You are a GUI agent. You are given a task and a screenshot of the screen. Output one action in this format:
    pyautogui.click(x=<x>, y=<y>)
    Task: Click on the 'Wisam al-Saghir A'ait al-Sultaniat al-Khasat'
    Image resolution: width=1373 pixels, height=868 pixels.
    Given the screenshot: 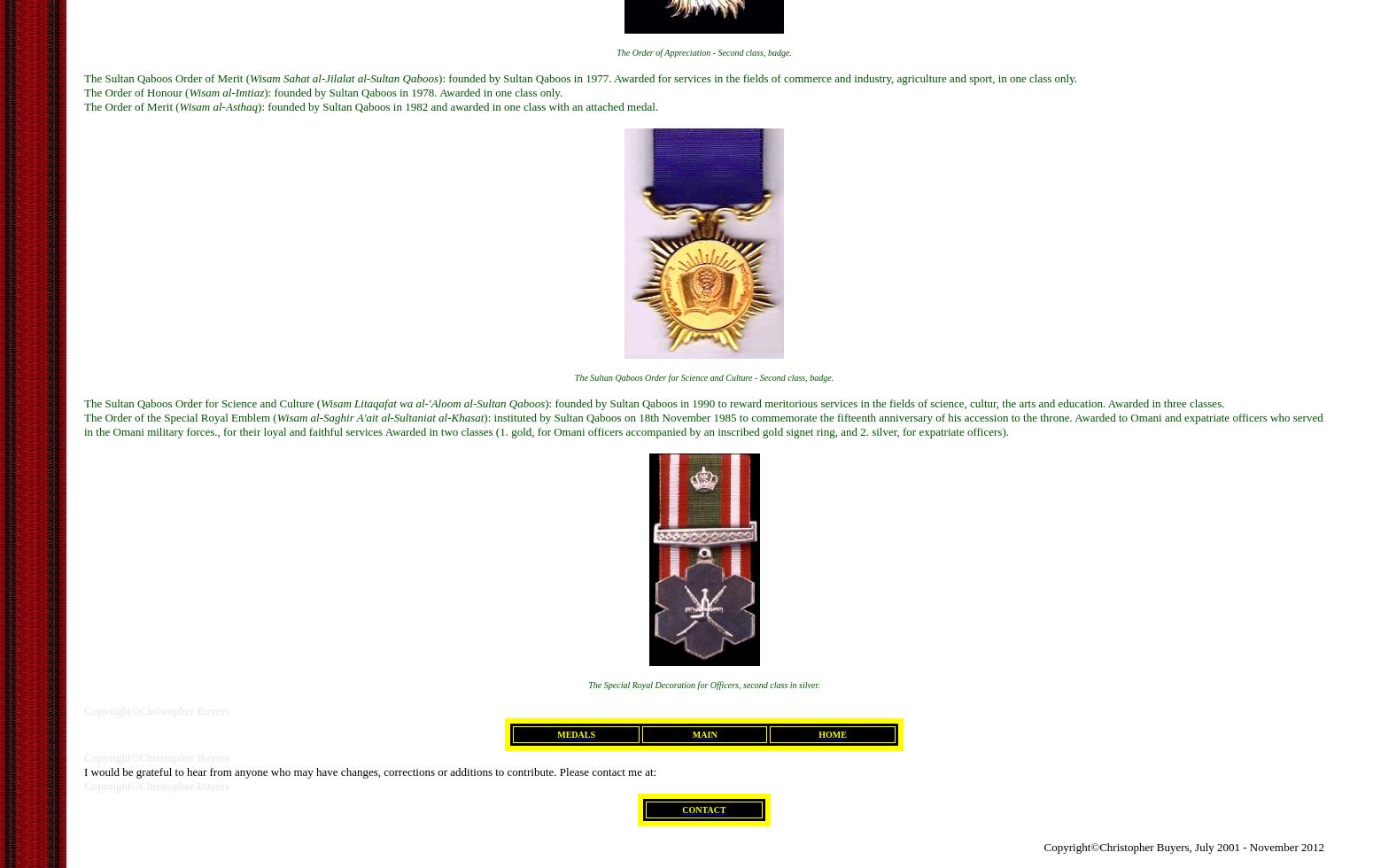 What is the action you would take?
    pyautogui.click(x=275, y=416)
    